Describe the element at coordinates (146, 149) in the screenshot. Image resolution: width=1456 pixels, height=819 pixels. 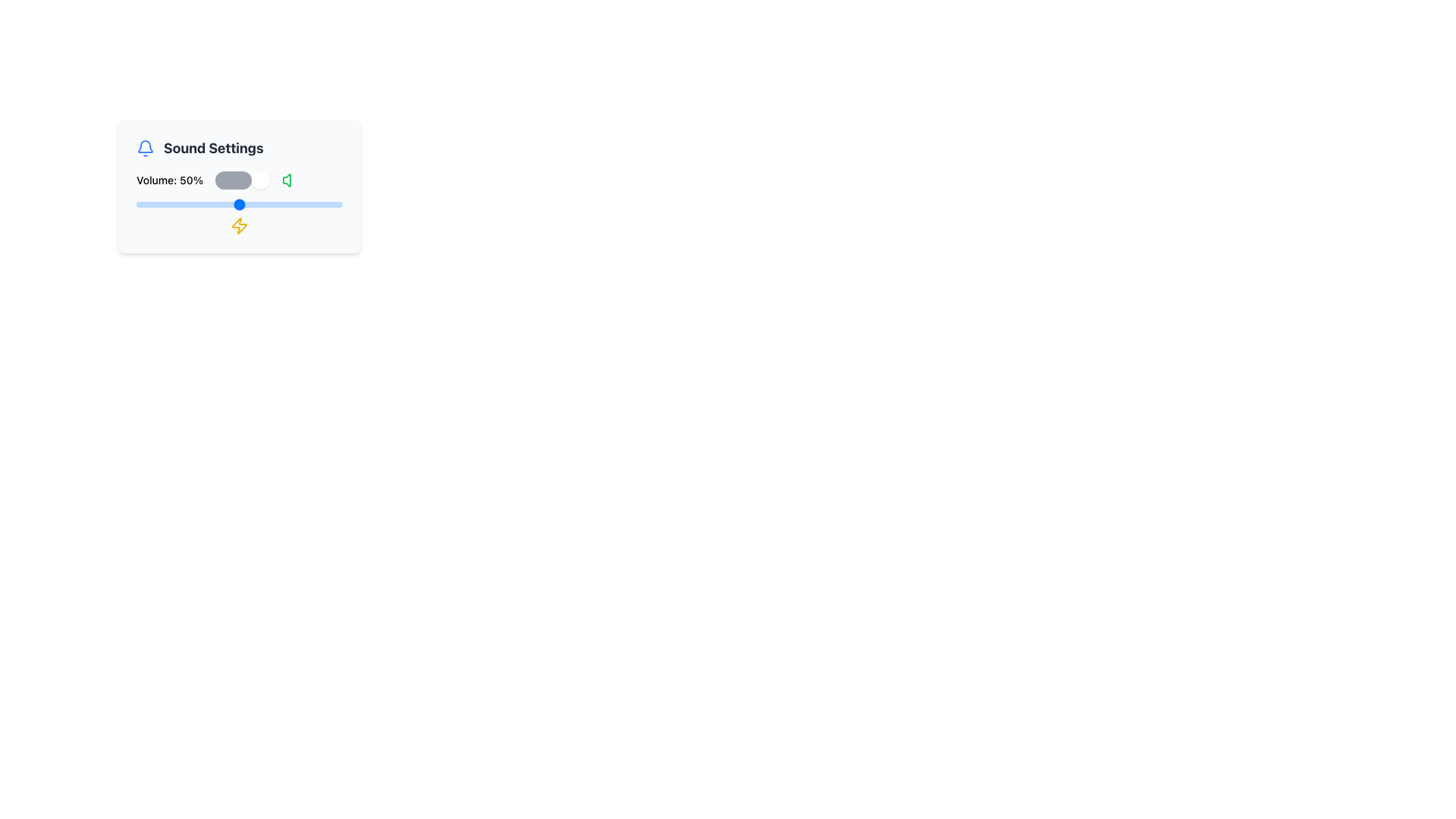
I see `the notification icon located at the far left of the 'Sound Settings' section, which visually indicates sound alerts` at that location.